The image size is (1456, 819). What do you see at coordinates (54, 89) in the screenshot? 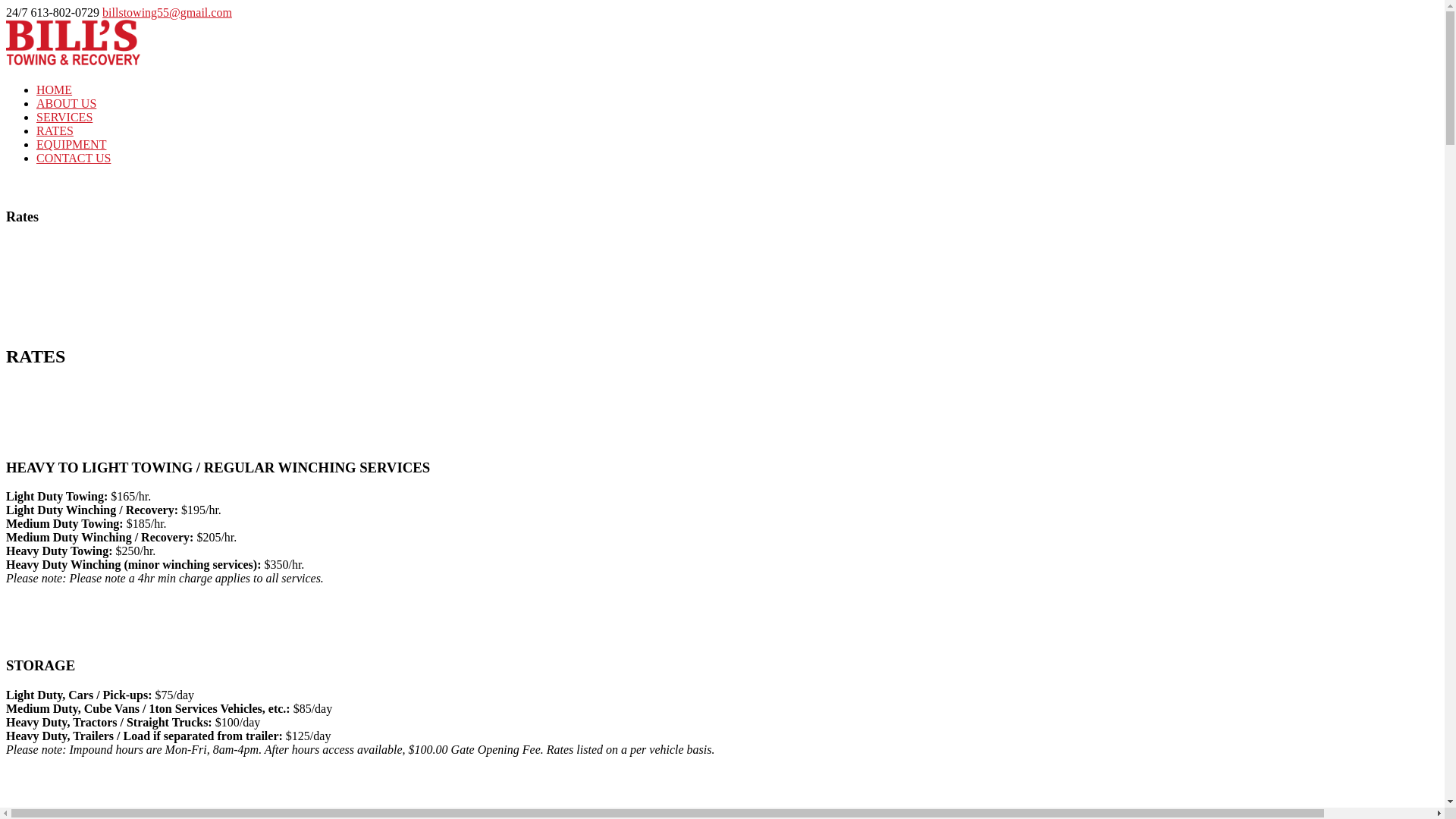
I see `'HOME'` at bounding box center [54, 89].